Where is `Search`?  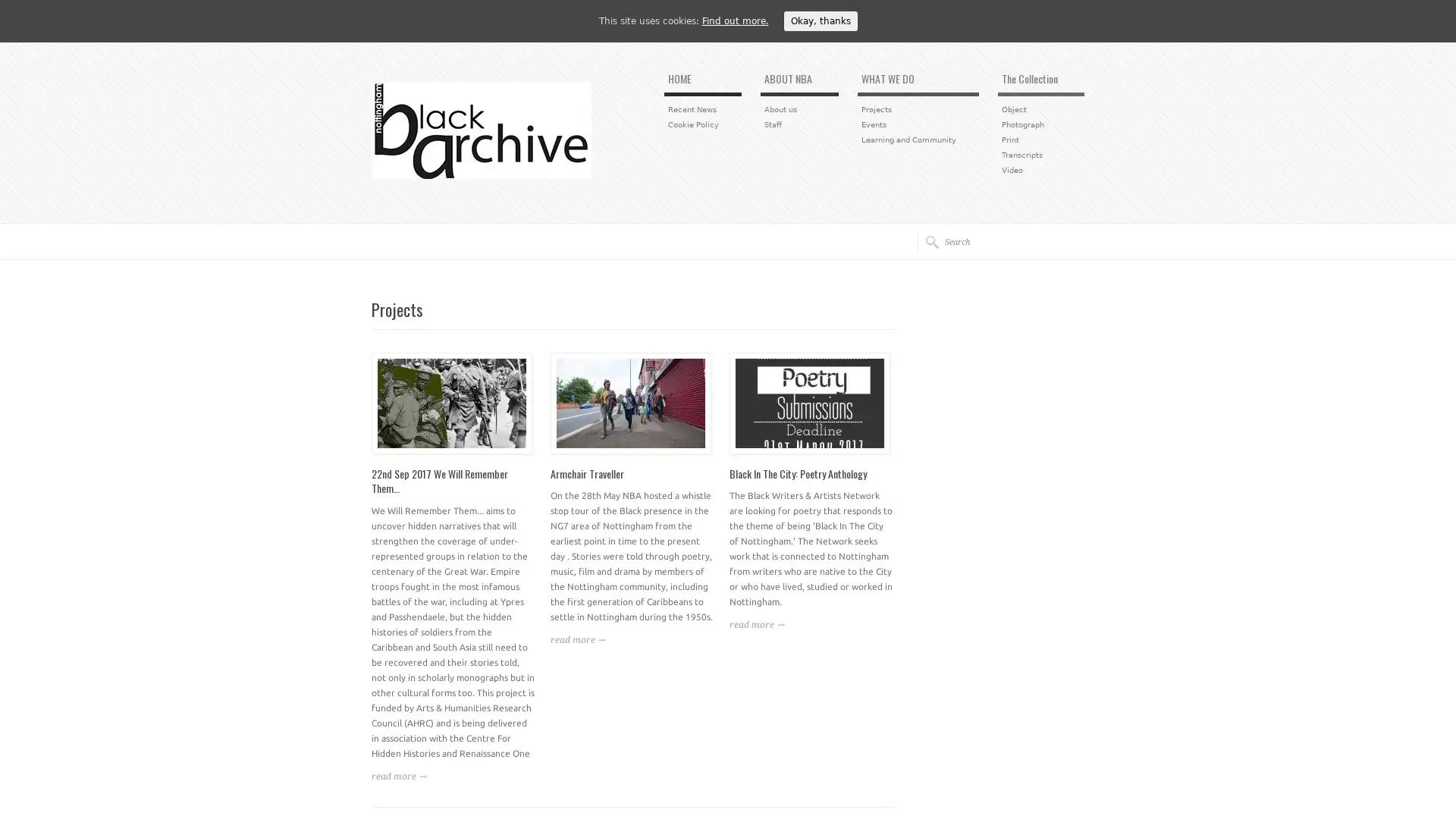
Search is located at coordinates (927, 241).